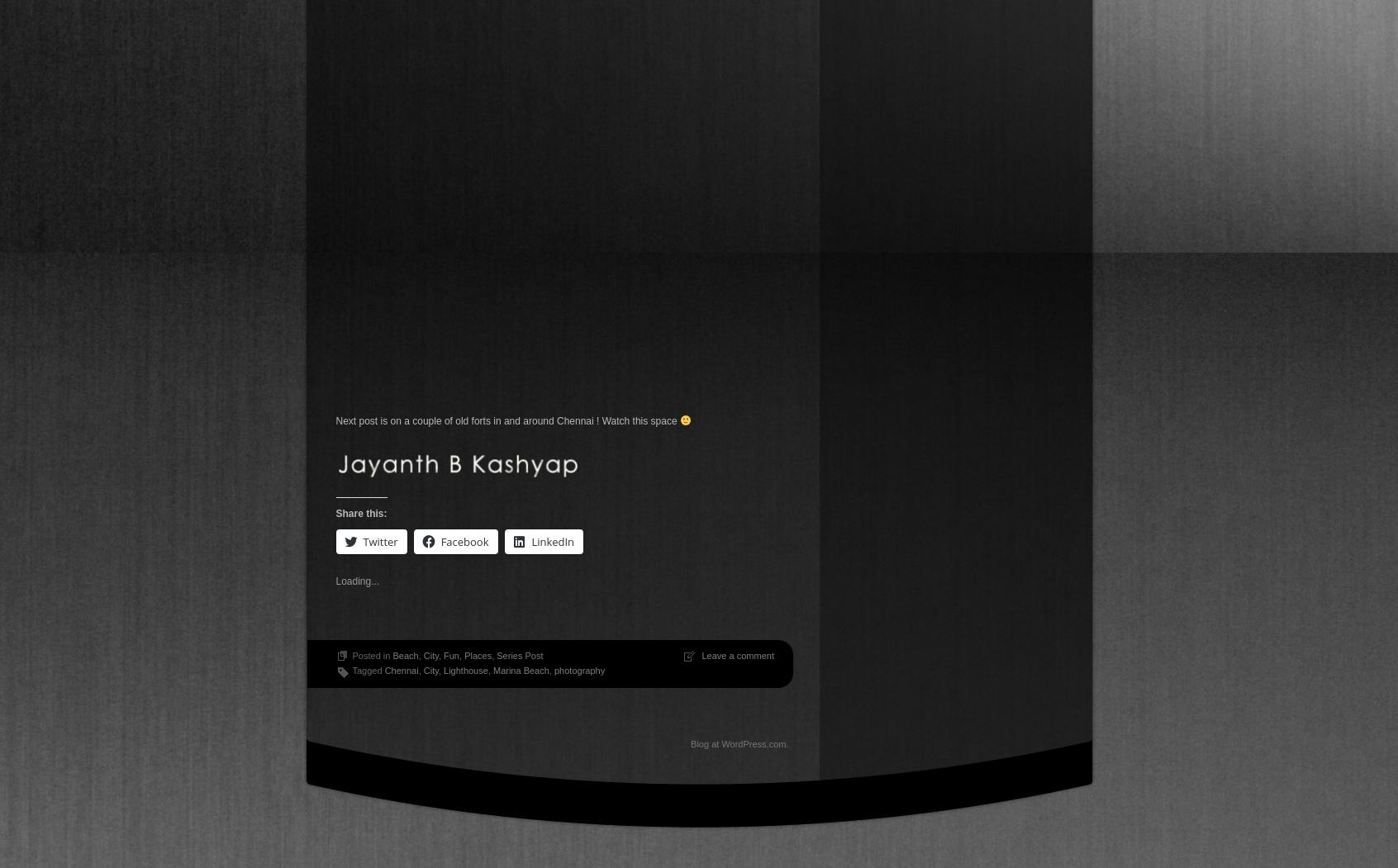  What do you see at coordinates (518, 655) in the screenshot?
I see `'Series Post'` at bounding box center [518, 655].